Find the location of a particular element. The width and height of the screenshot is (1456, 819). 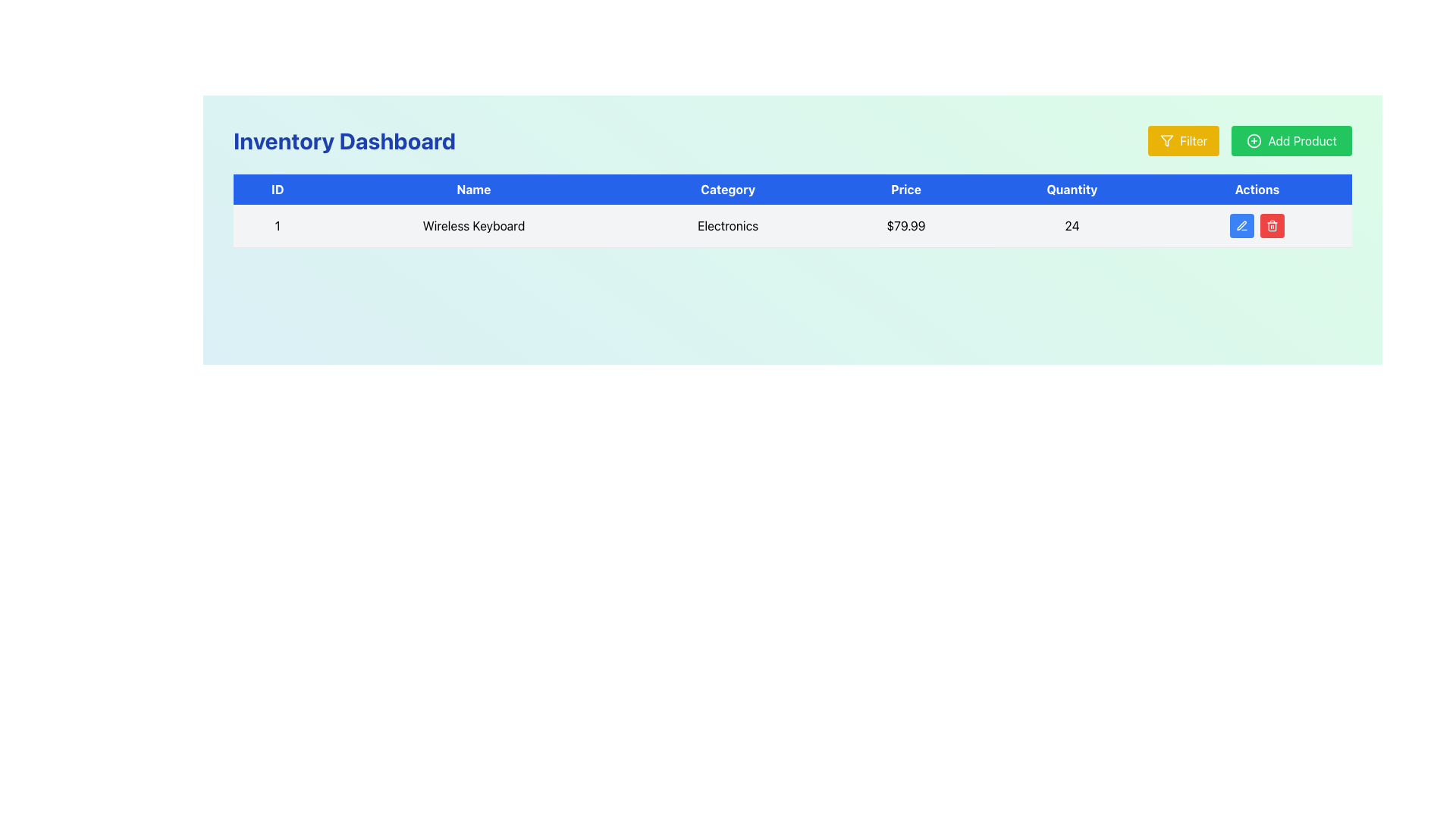

the trash icon button with a red background in the 'Actions' column for the 'Wireless Keyboard' to initiate a delete action is located at coordinates (1272, 225).